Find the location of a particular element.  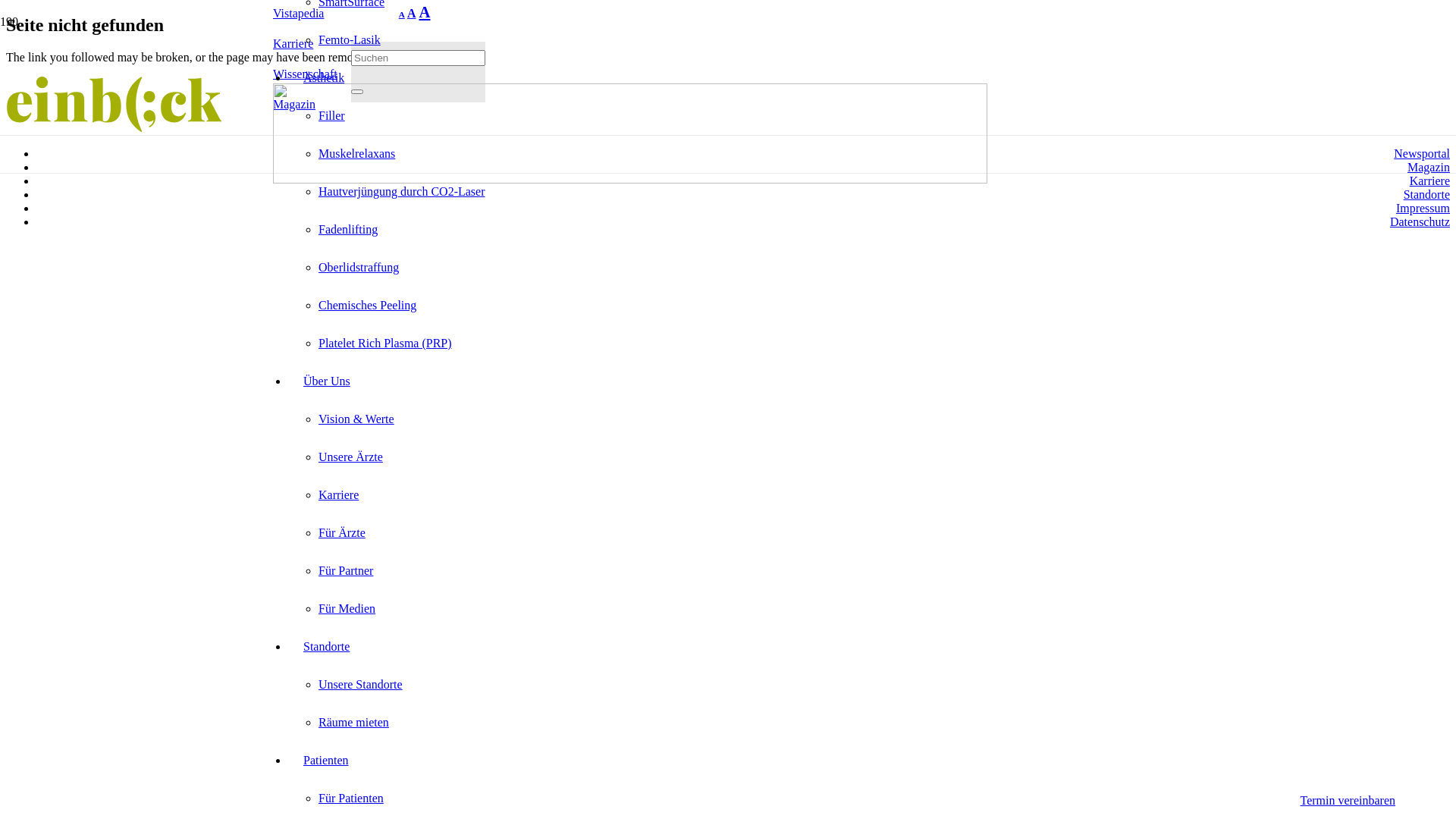

'Filler' is located at coordinates (331, 115).